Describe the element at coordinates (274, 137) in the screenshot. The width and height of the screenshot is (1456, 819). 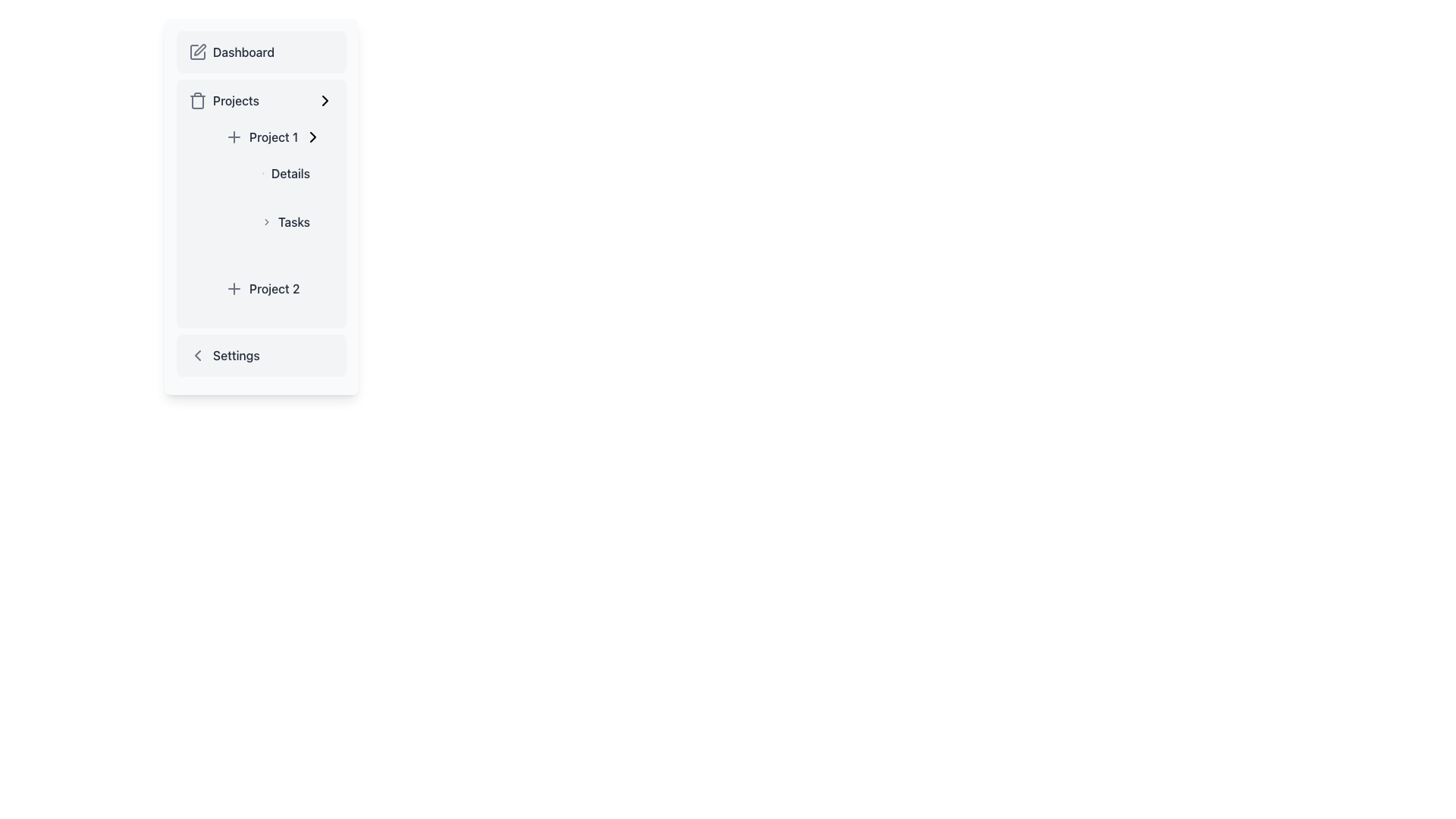
I see `the text label displaying 'Project 1' in gray, which is part of the sidebar navigation element` at that location.